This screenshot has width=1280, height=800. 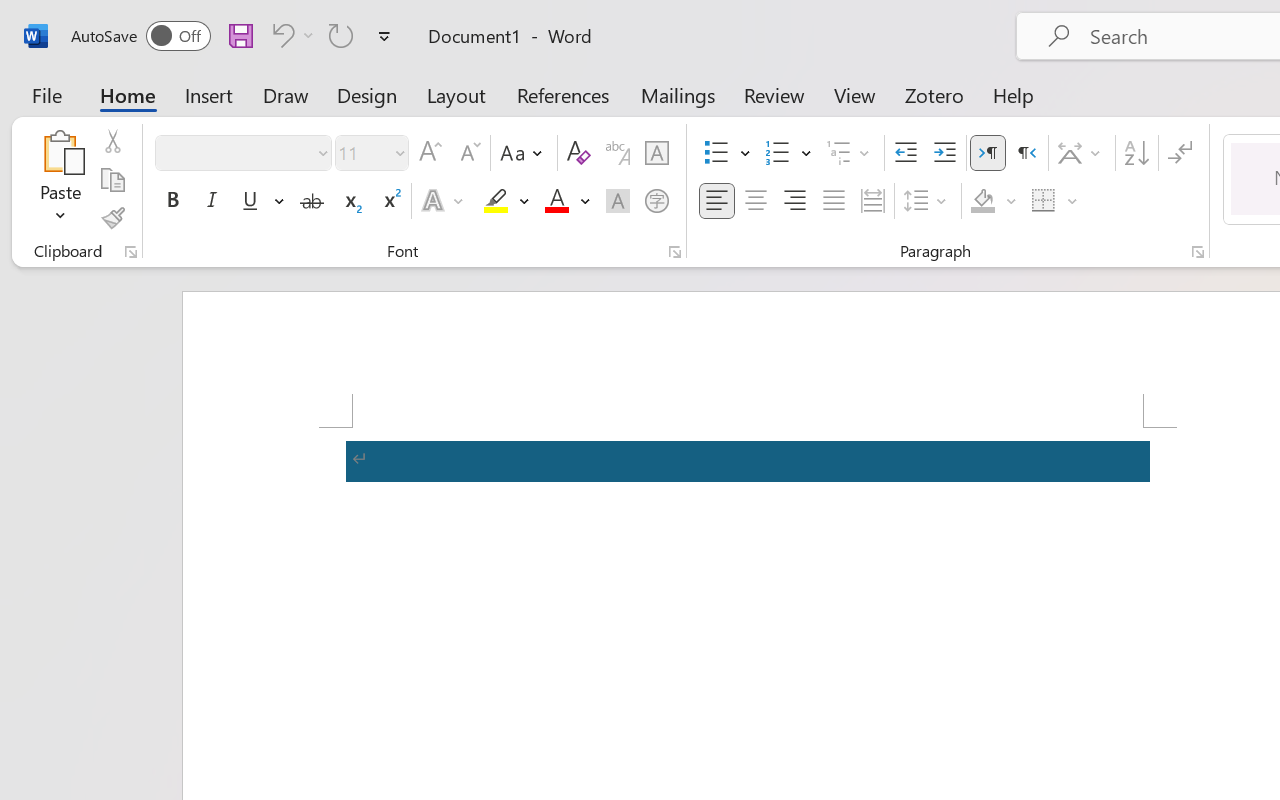 I want to click on 'Right-to-Left', so click(x=1026, y=153).